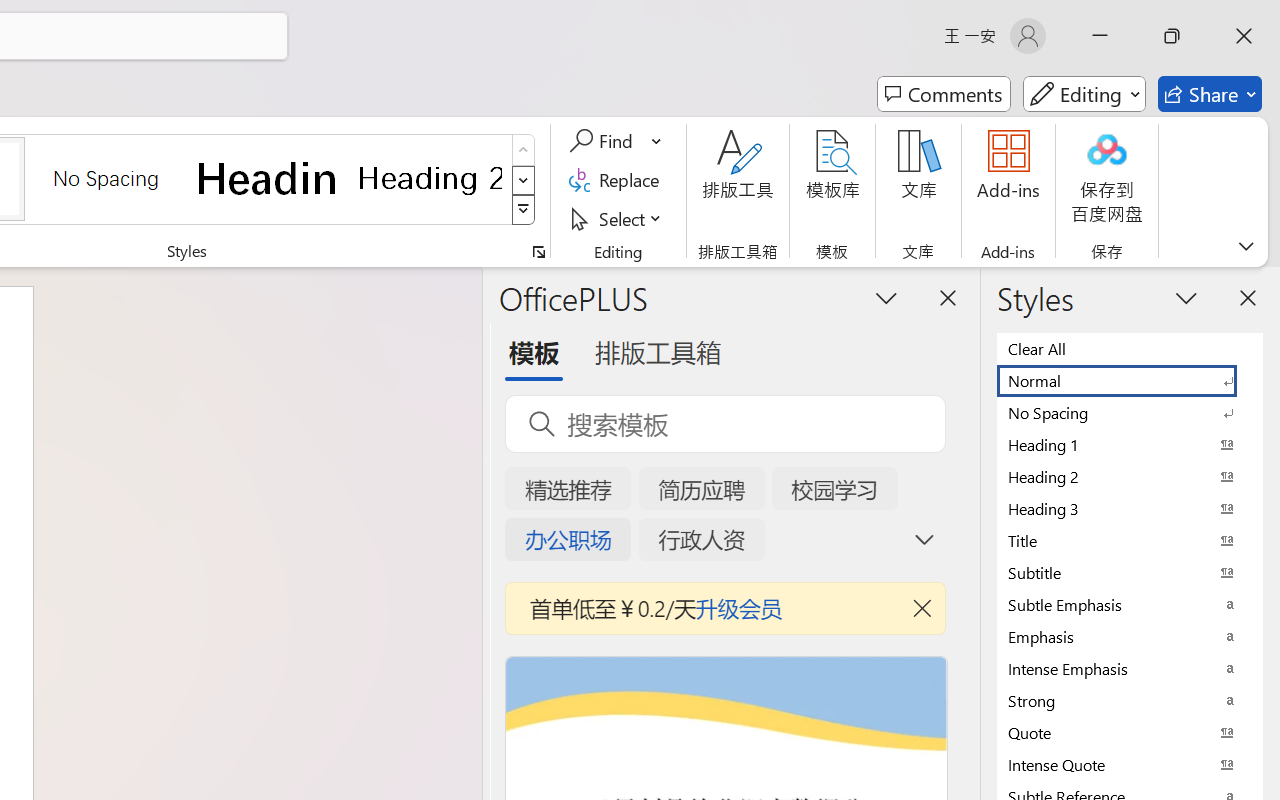 Image resolution: width=1280 pixels, height=800 pixels. I want to click on 'Restore Down', so click(1172, 35).